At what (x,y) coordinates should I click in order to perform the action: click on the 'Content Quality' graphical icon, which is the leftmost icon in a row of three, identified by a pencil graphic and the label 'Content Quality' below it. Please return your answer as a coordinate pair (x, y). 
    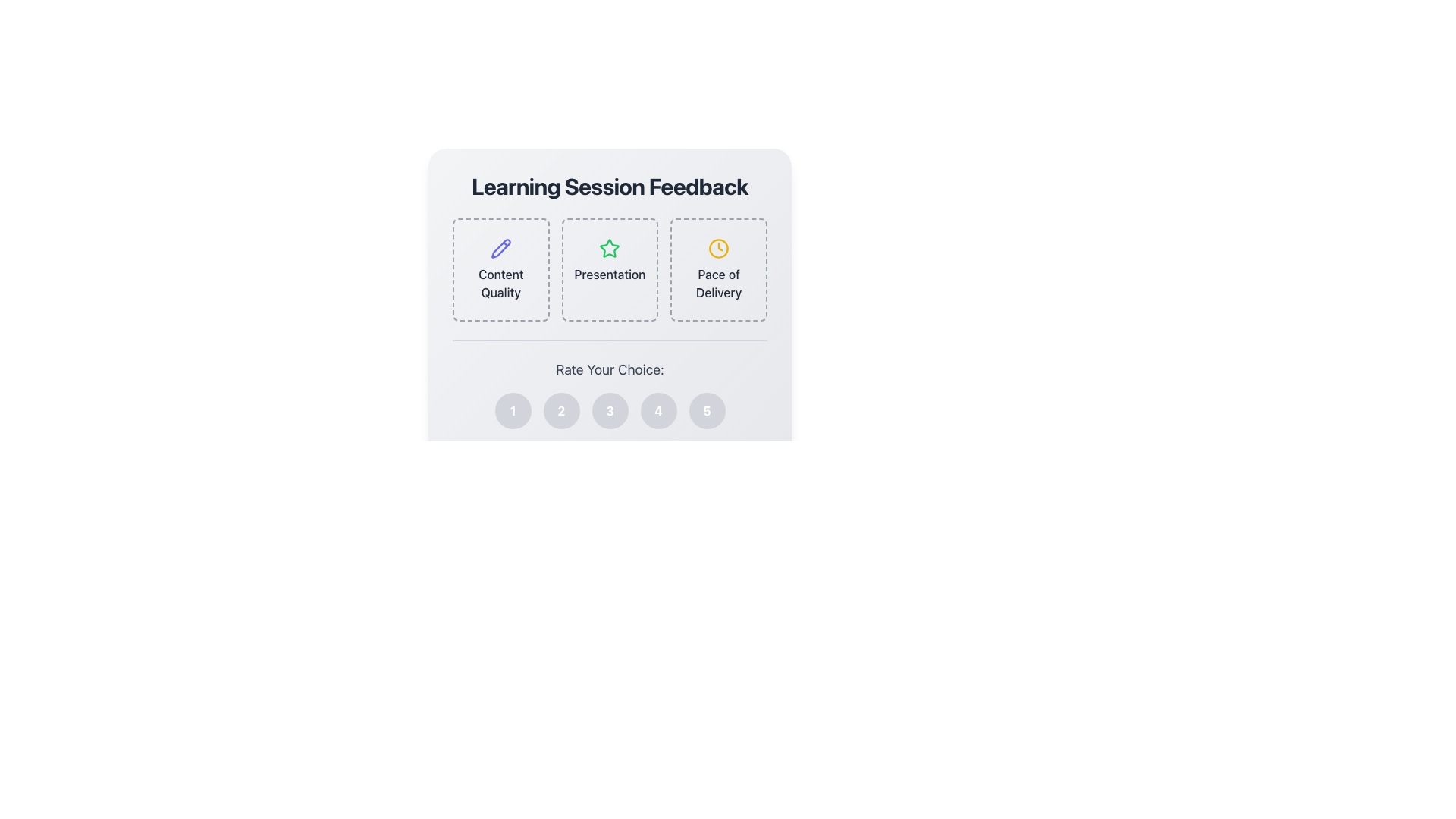
    Looking at the image, I should click on (500, 247).